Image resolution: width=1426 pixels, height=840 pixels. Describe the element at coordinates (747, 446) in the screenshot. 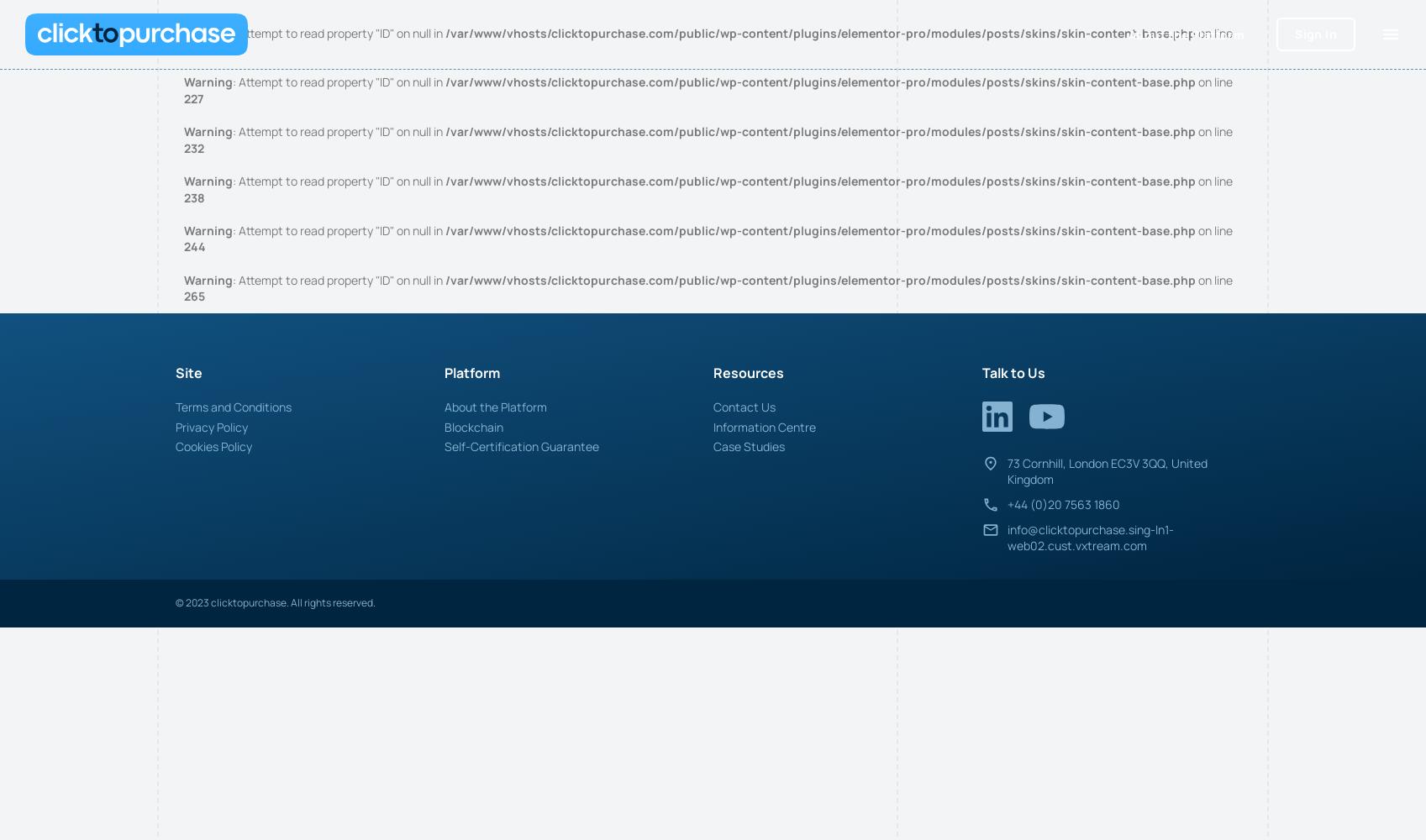

I see `'Case Studies'` at that location.